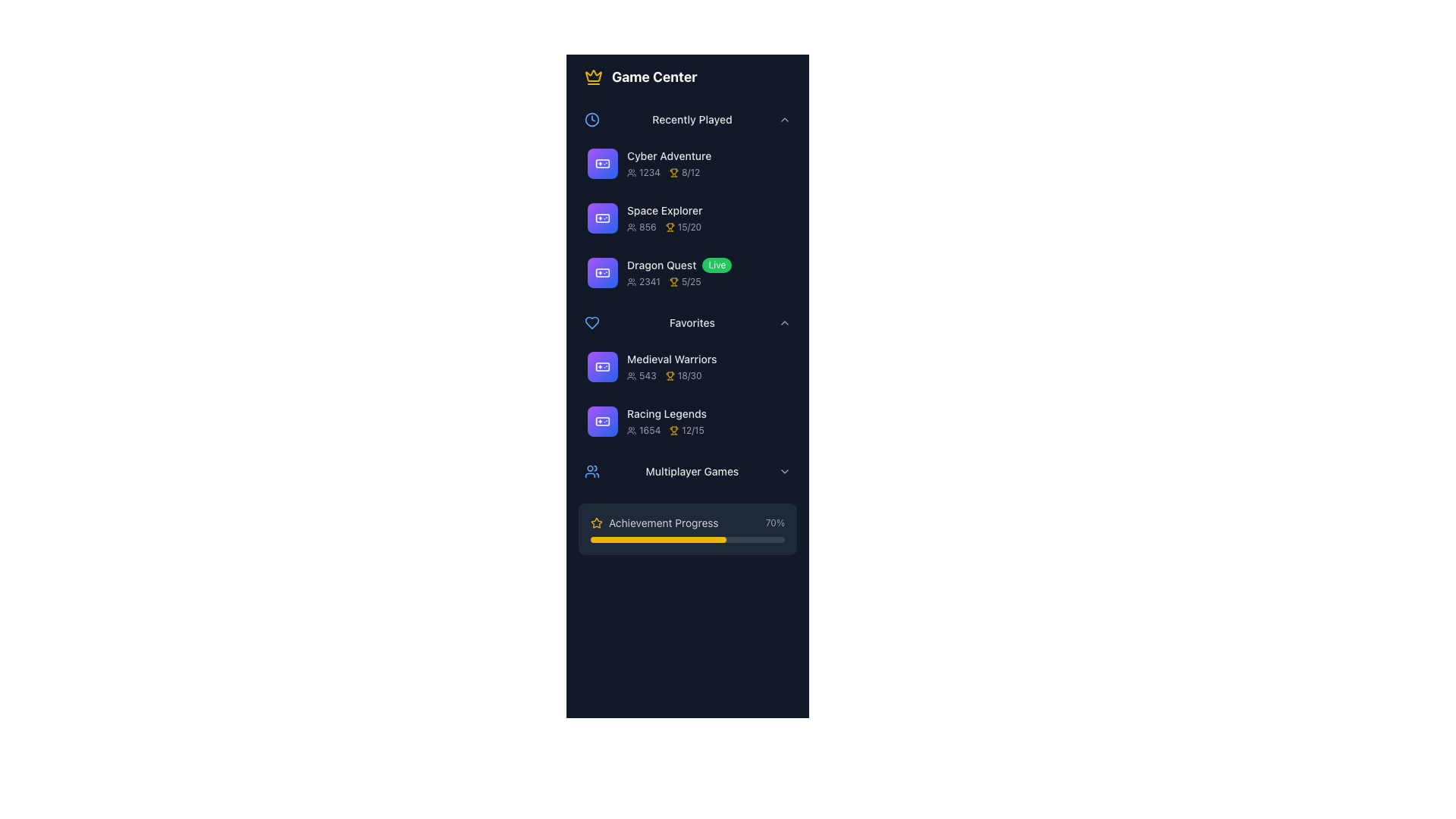  What do you see at coordinates (706, 265) in the screenshot?
I see `the label group with badge that displays the title 'Dragon Quest' and its status 'Live' in the third row of the 'Recently Played' section of the 'Game Center' interface` at bounding box center [706, 265].